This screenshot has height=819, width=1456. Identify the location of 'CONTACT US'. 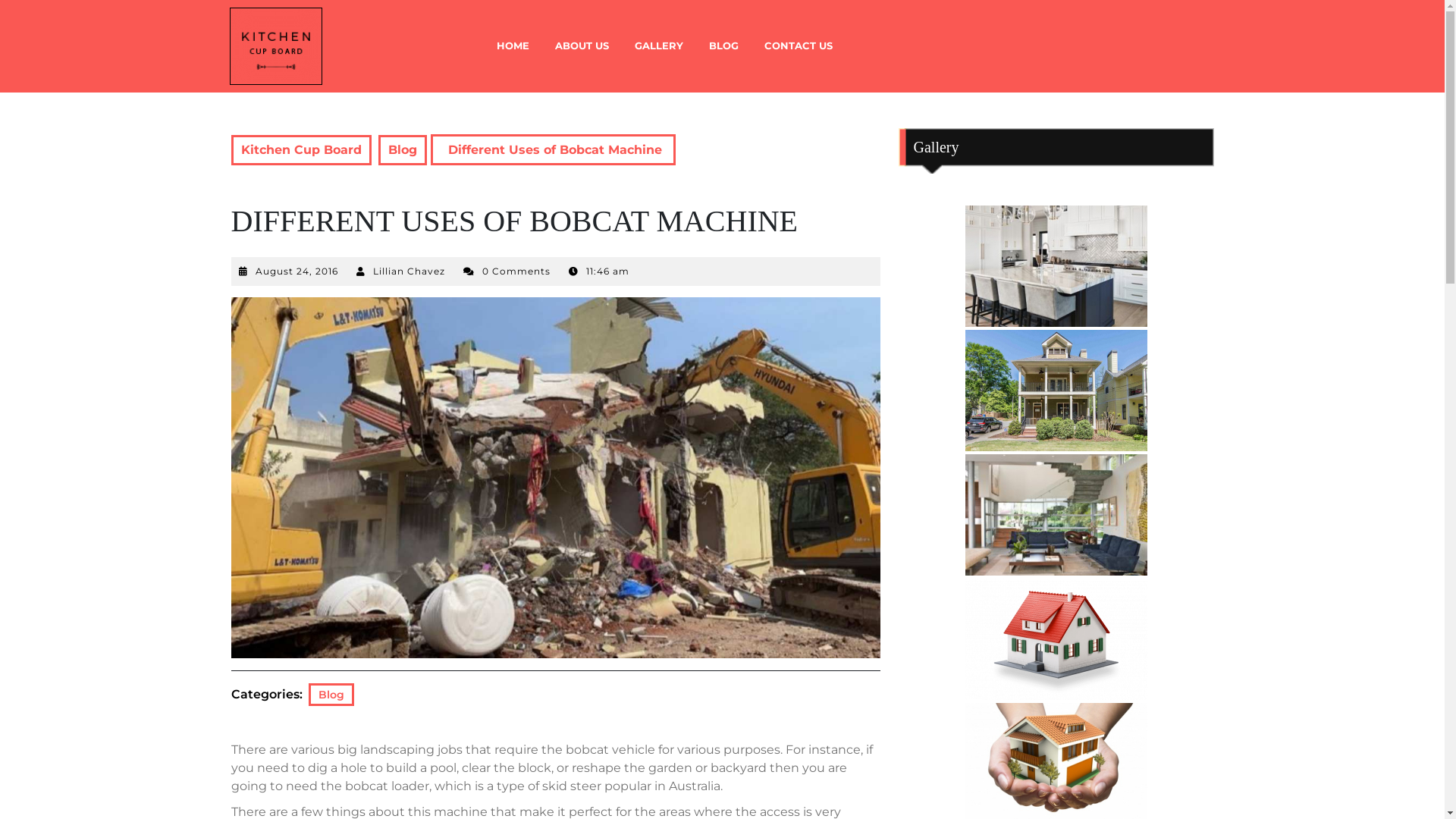
(796, 45).